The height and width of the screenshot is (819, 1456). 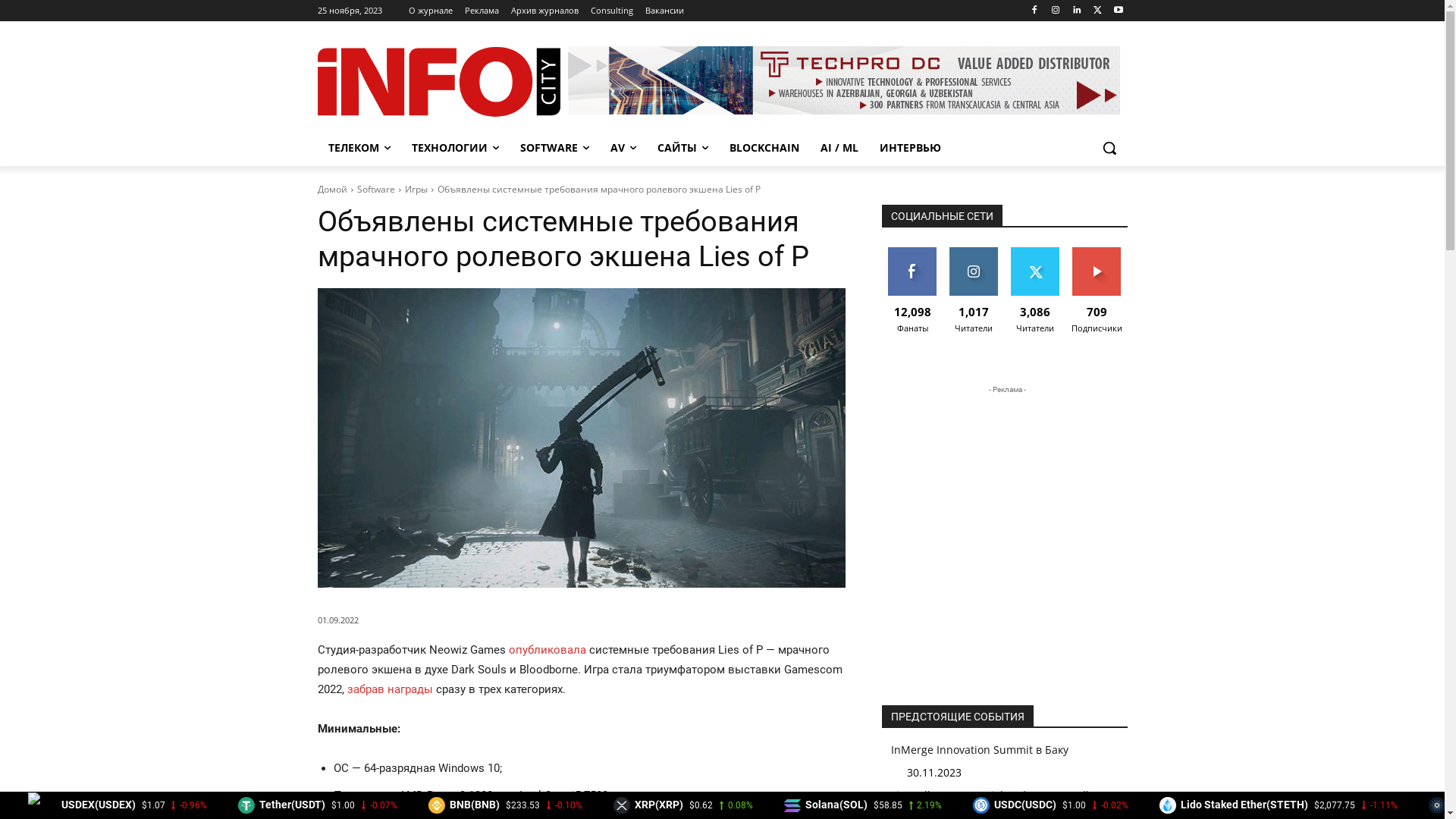 What do you see at coordinates (1075, 10) in the screenshot?
I see `'Linkedin'` at bounding box center [1075, 10].